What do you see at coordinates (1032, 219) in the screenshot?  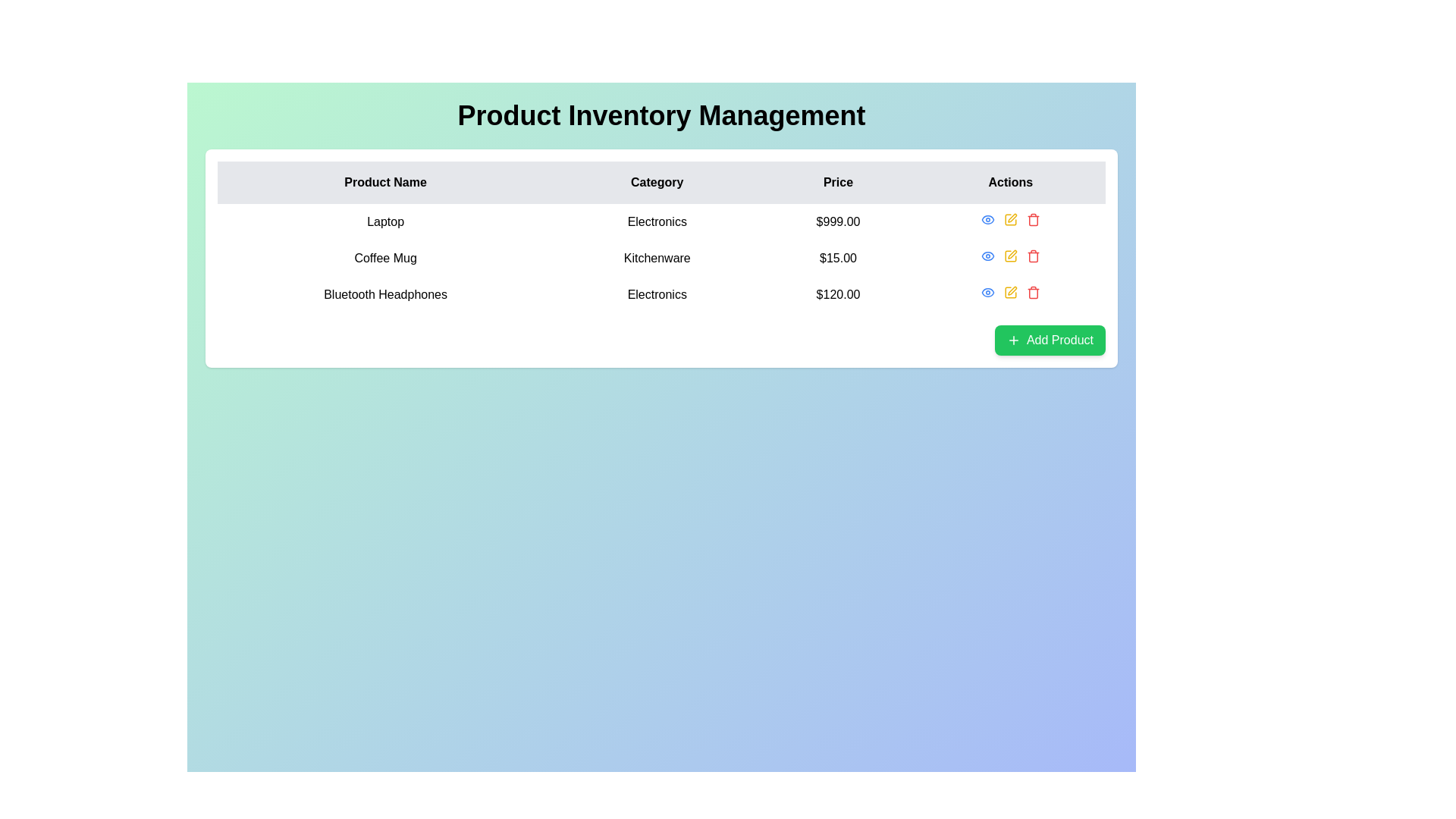 I see `the red trash icon button in the 'Actions' column associated with the first row labeled 'Laptop'` at bounding box center [1032, 219].